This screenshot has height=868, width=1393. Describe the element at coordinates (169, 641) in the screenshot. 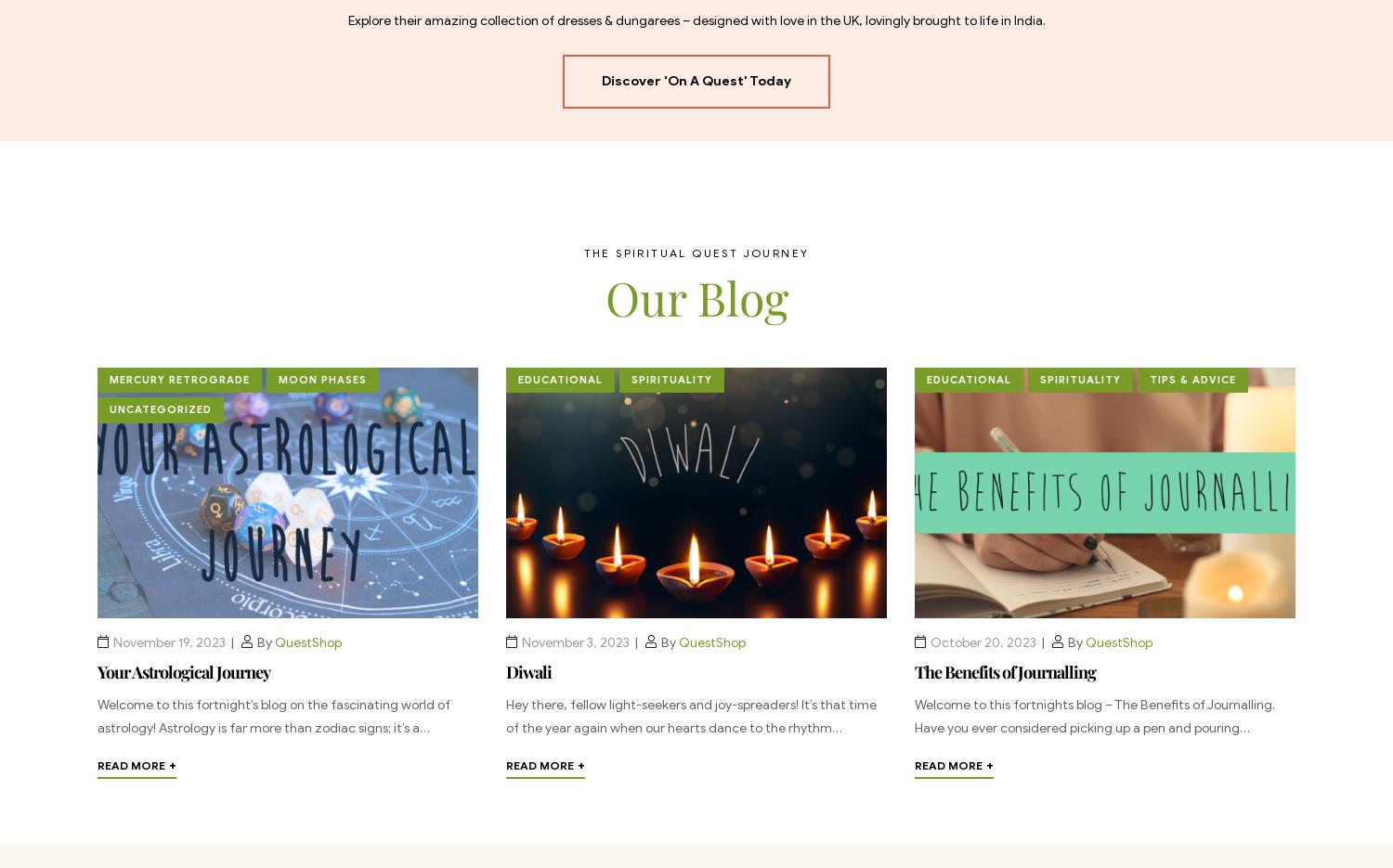

I see `'November 19, 2023'` at that location.